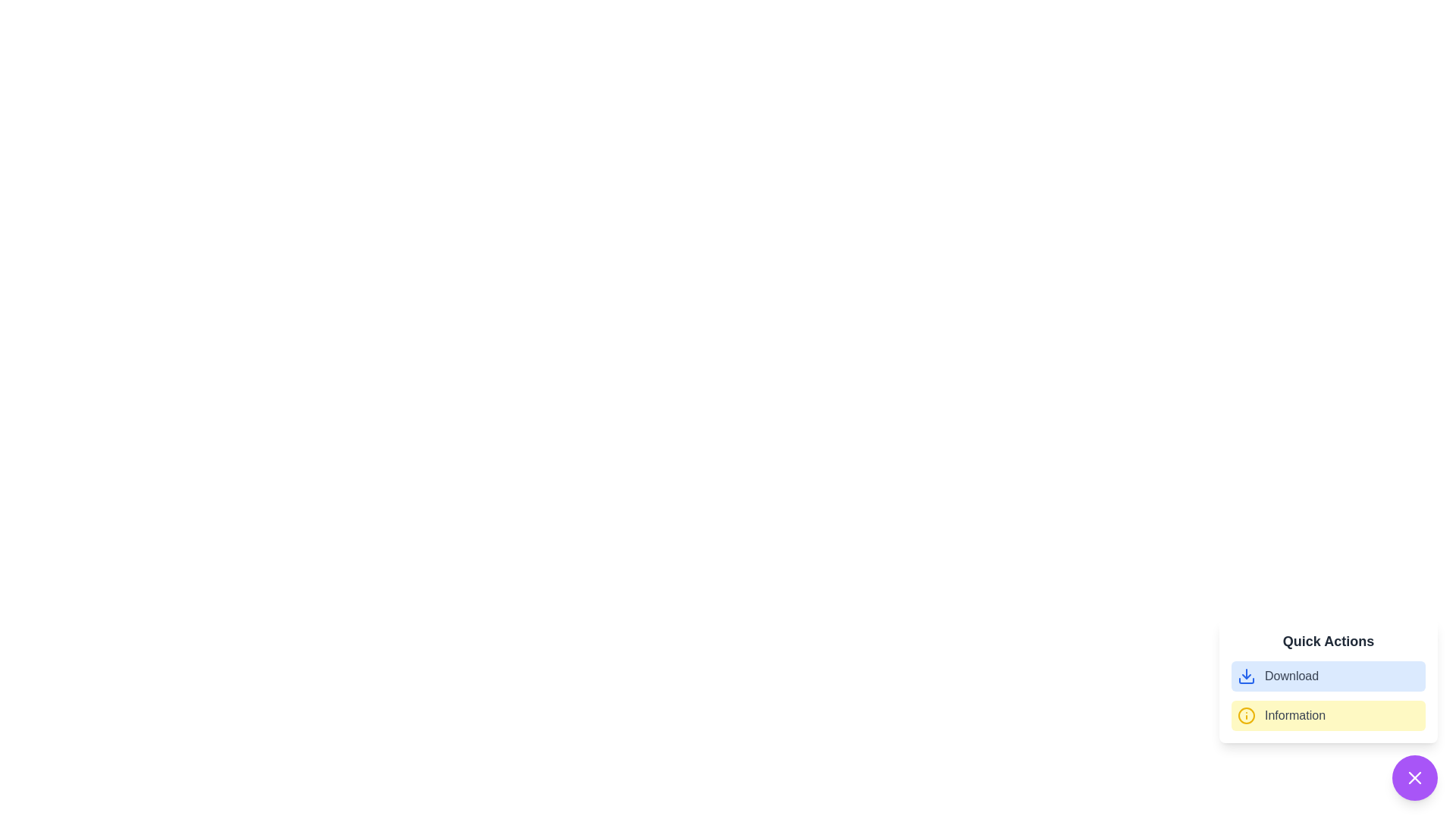 Image resolution: width=1456 pixels, height=819 pixels. What do you see at coordinates (1328, 675) in the screenshot?
I see `the download button located in the lower-right corner of the interface, above the 'Information' element` at bounding box center [1328, 675].